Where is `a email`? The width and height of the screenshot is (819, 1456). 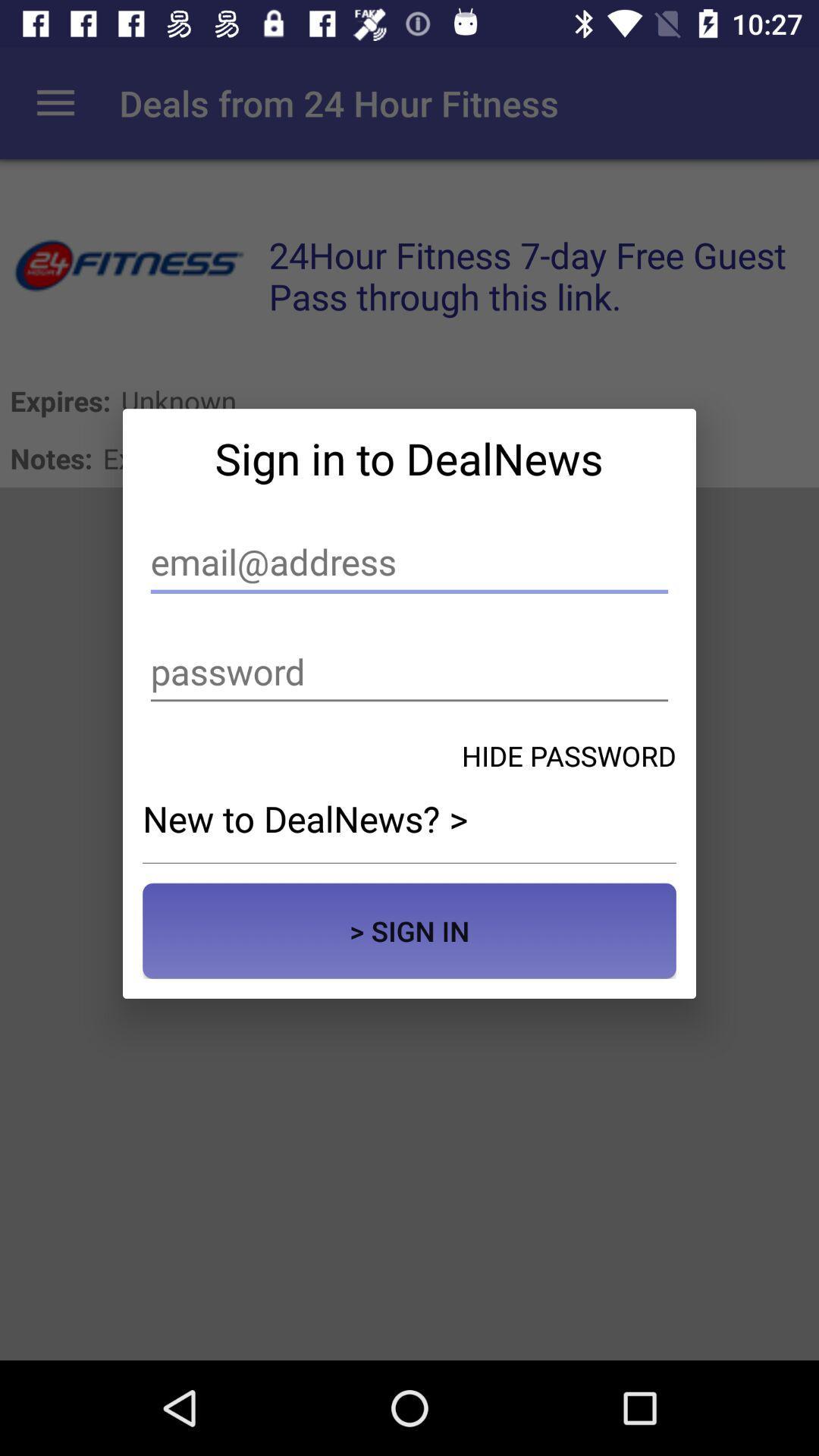 a email is located at coordinates (409, 561).